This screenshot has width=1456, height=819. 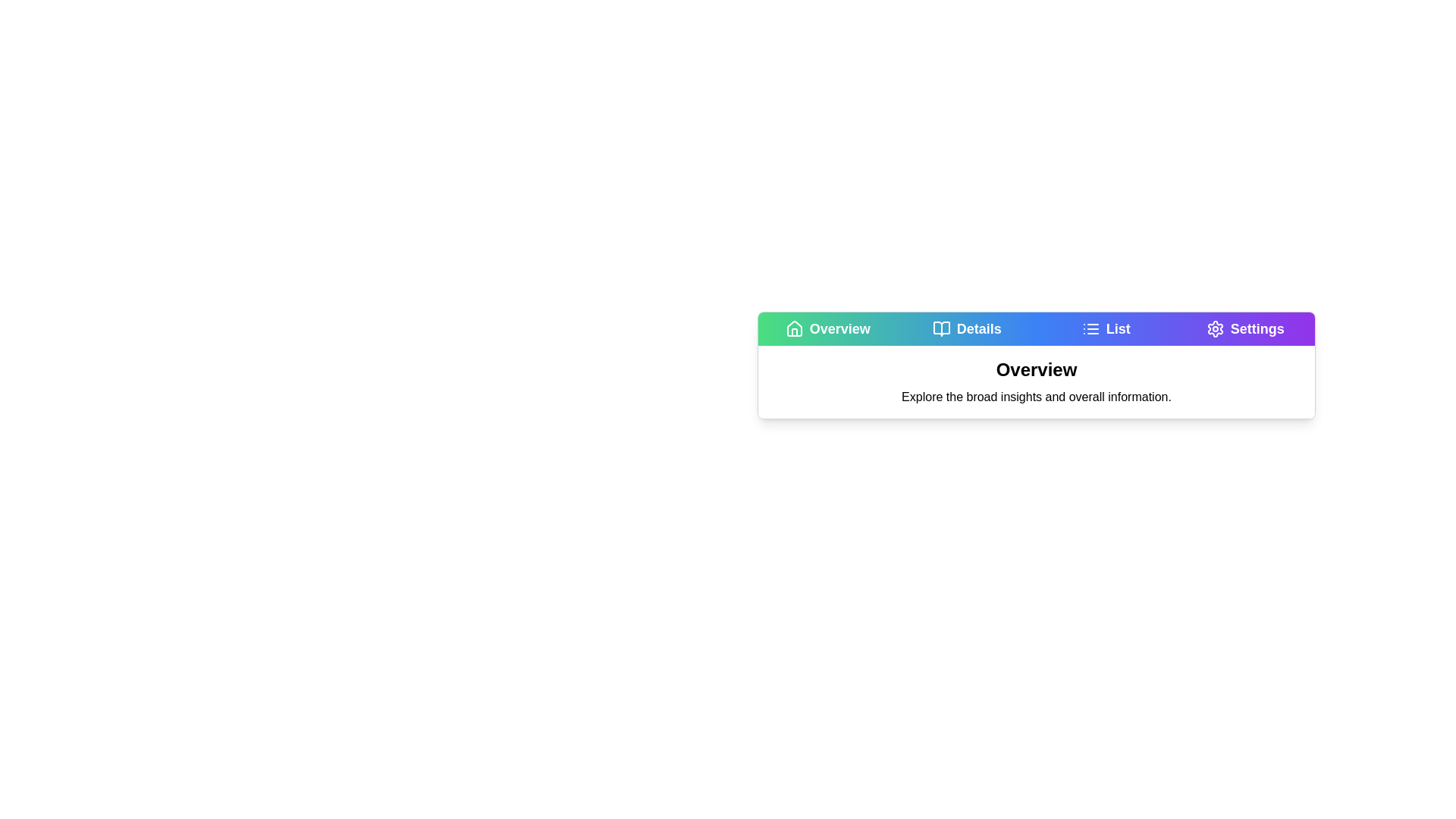 What do you see at coordinates (1090, 328) in the screenshot?
I see `the 'List' menu icon located in the menu bar, which is the third item from the left` at bounding box center [1090, 328].